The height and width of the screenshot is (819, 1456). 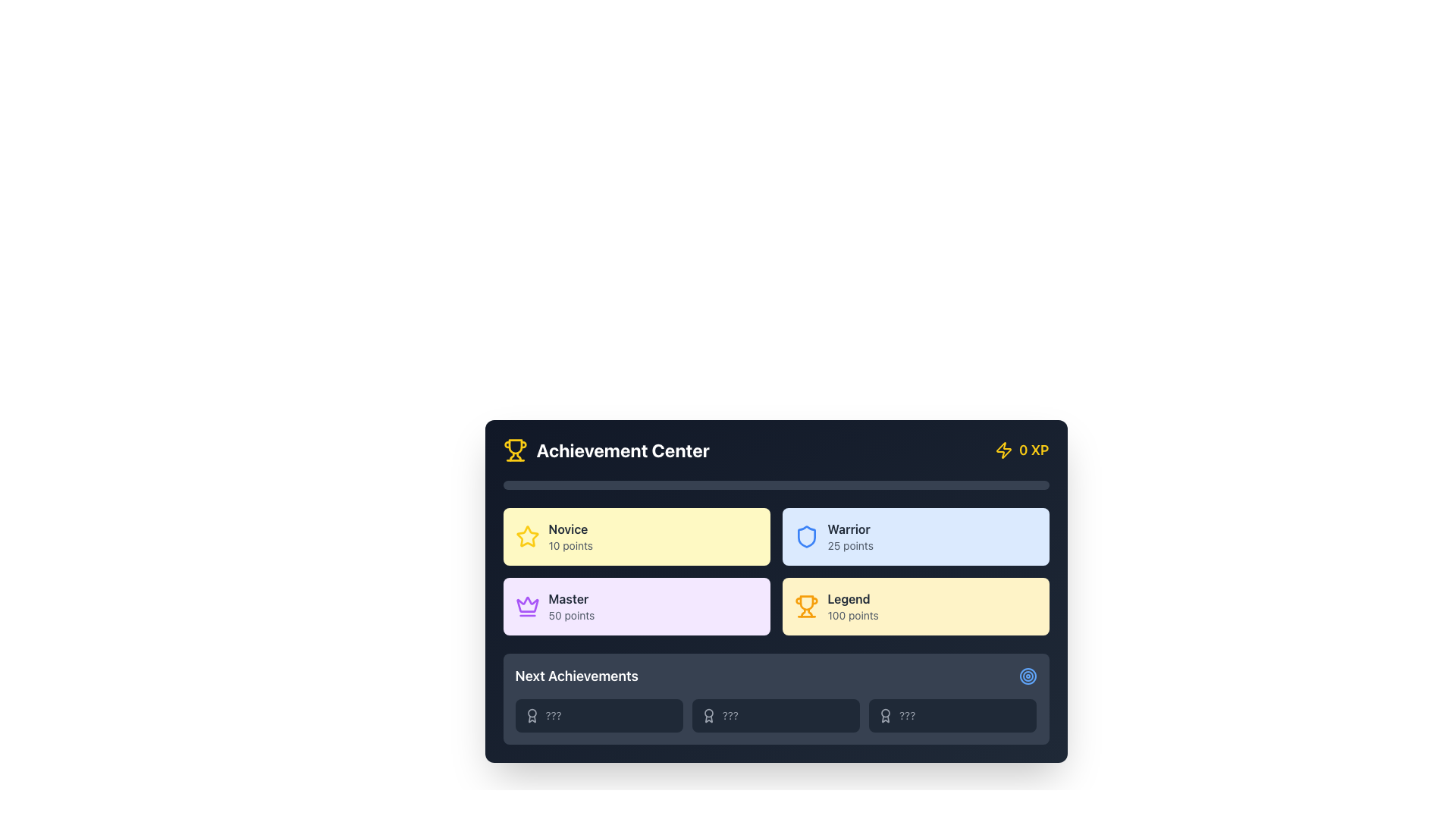 I want to click on the achievement label displaying 'Warrior' with a score of '25 points', located in the second column and first row of the achievement grid, adjacent to the shield icon, so click(x=850, y=536).